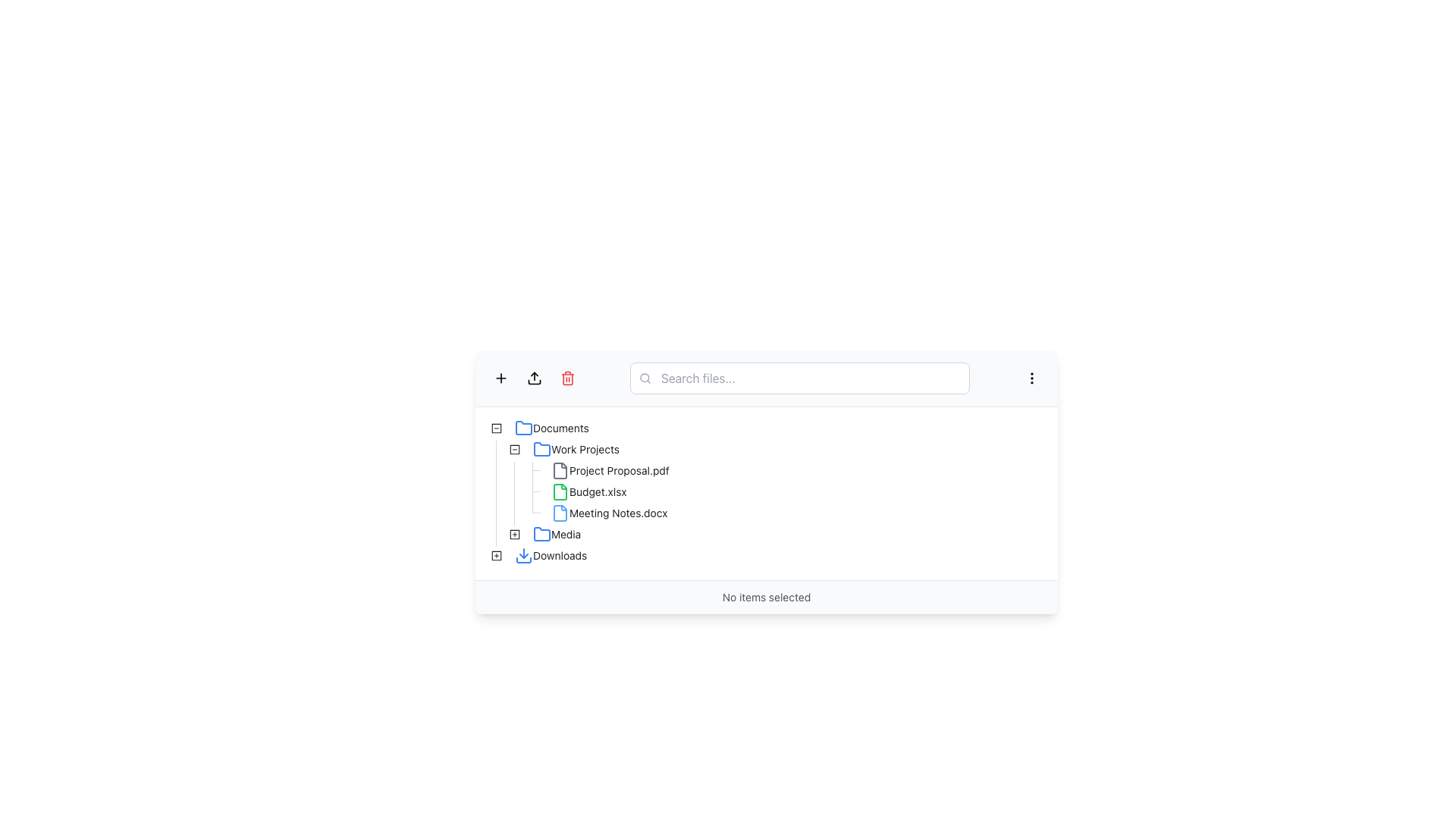  What do you see at coordinates (537, 534) in the screenshot?
I see `the 'Media' folder in the Tree item structure` at bounding box center [537, 534].